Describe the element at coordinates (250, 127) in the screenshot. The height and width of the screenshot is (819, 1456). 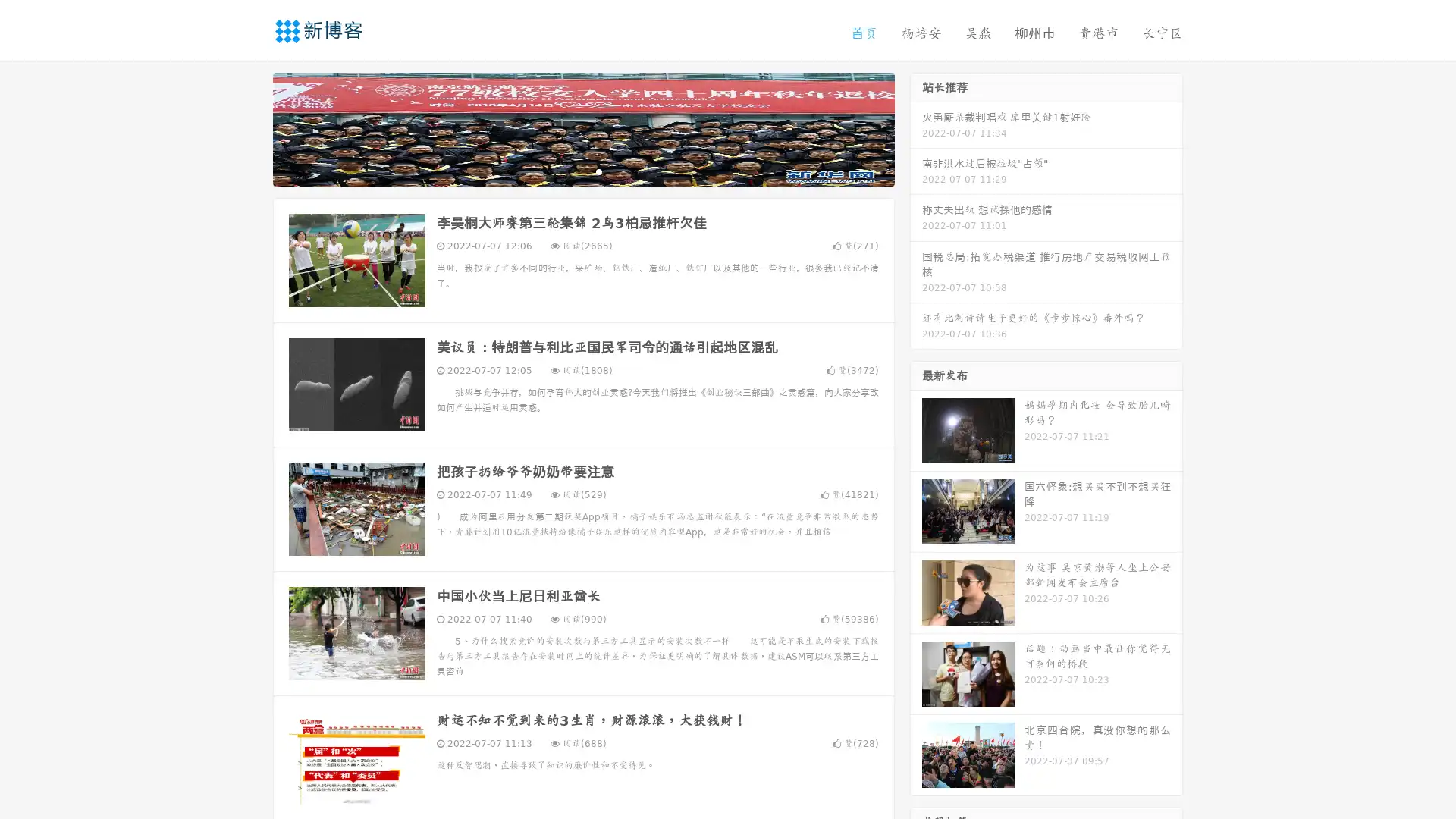
I see `Previous slide` at that location.